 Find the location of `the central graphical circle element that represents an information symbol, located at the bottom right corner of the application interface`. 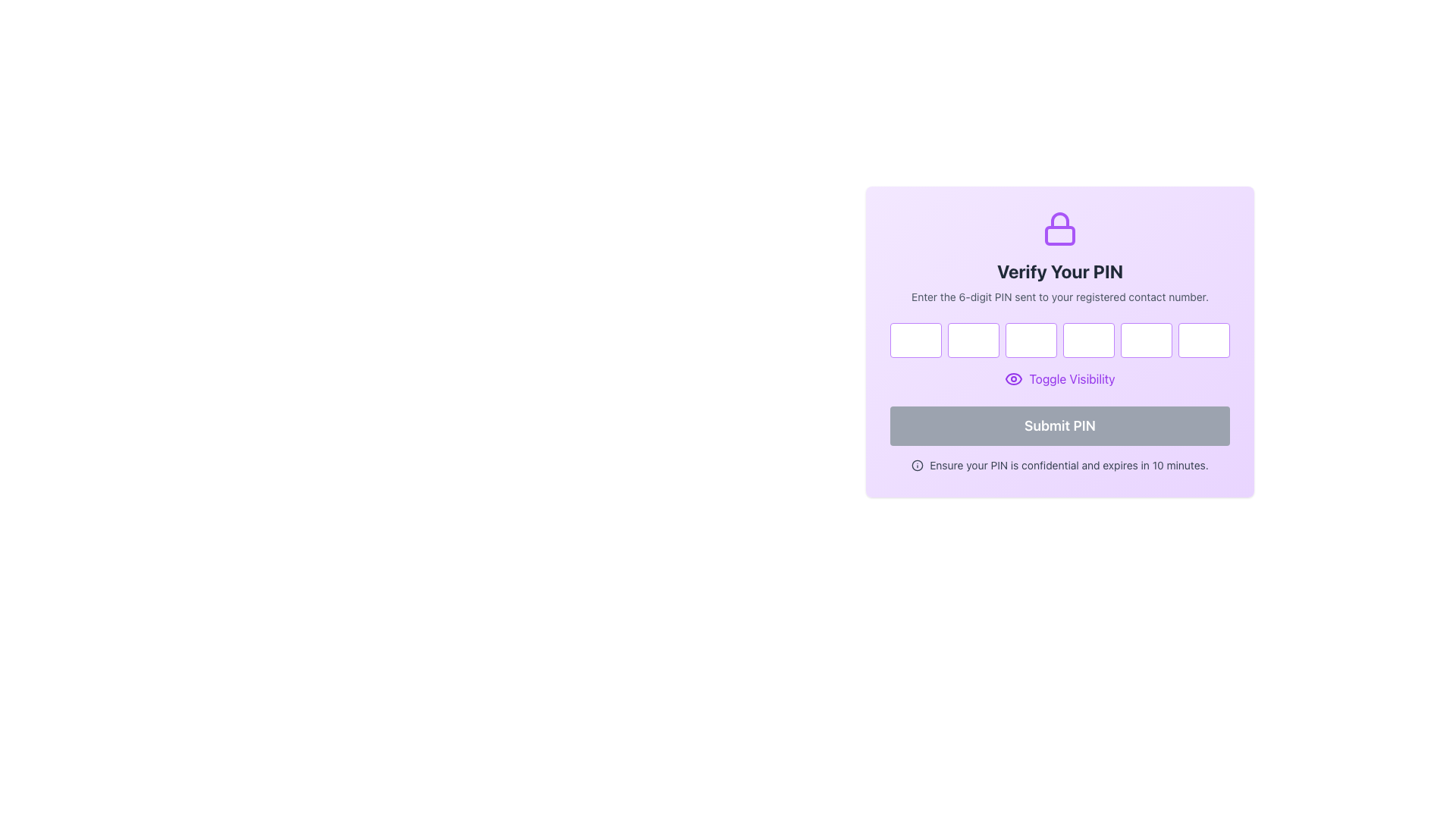

the central graphical circle element that represents an information symbol, located at the bottom right corner of the application interface is located at coordinates (917, 464).